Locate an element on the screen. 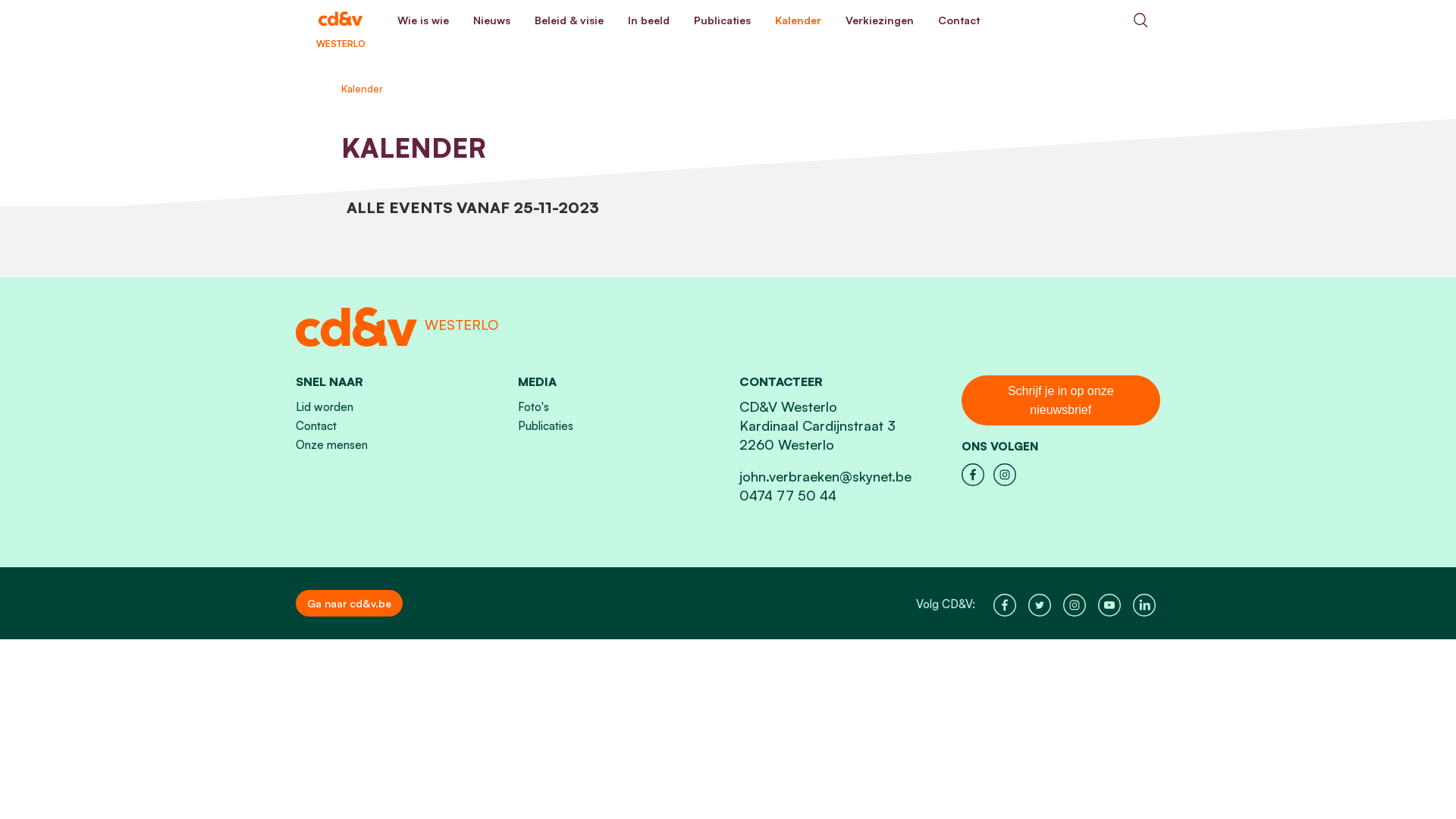 The width and height of the screenshot is (1456, 819). 'Onze mensen' is located at coordinates (331, 444).